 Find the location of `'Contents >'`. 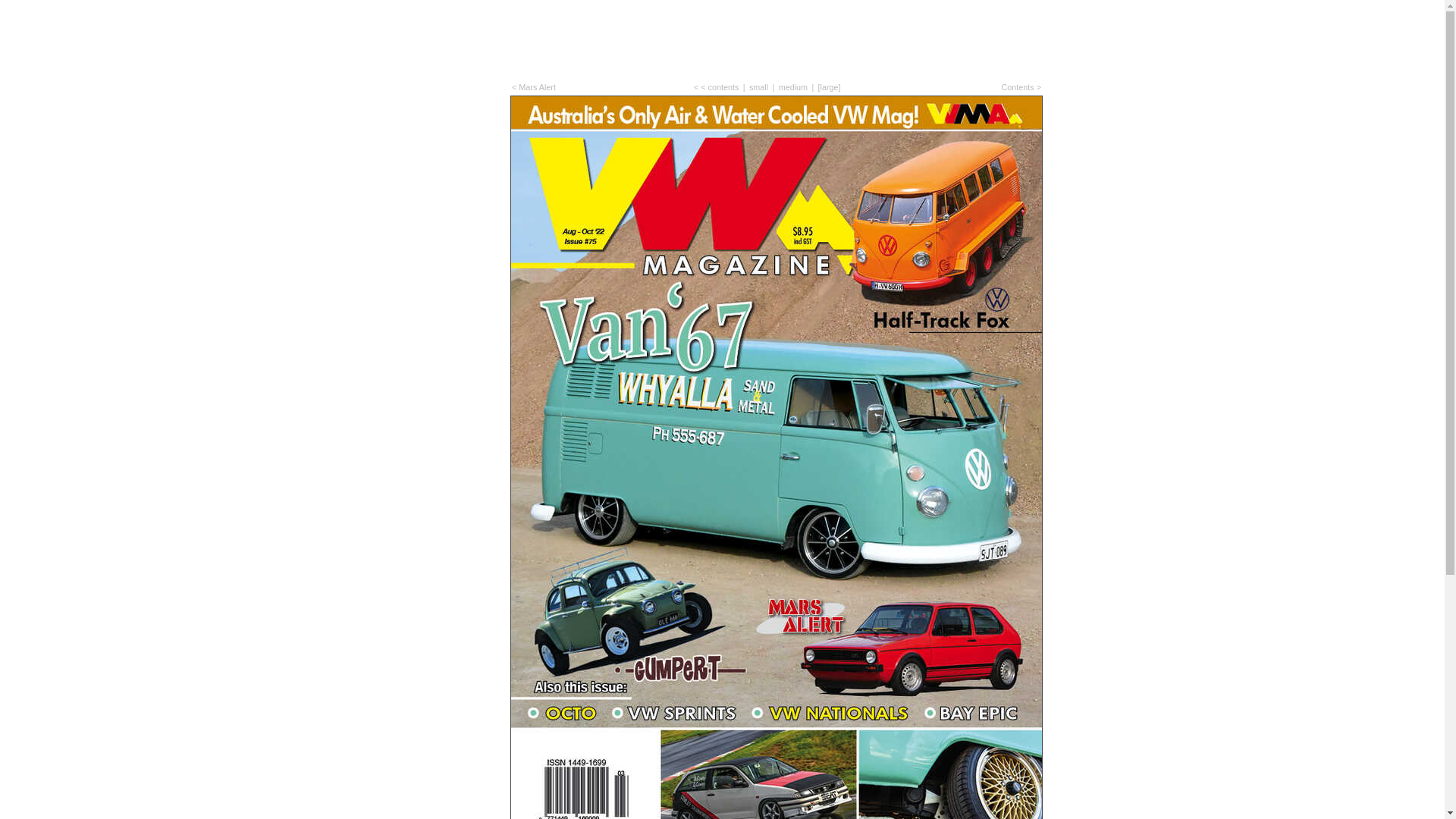

'Contents >' is located at coordinates (1021, 87).